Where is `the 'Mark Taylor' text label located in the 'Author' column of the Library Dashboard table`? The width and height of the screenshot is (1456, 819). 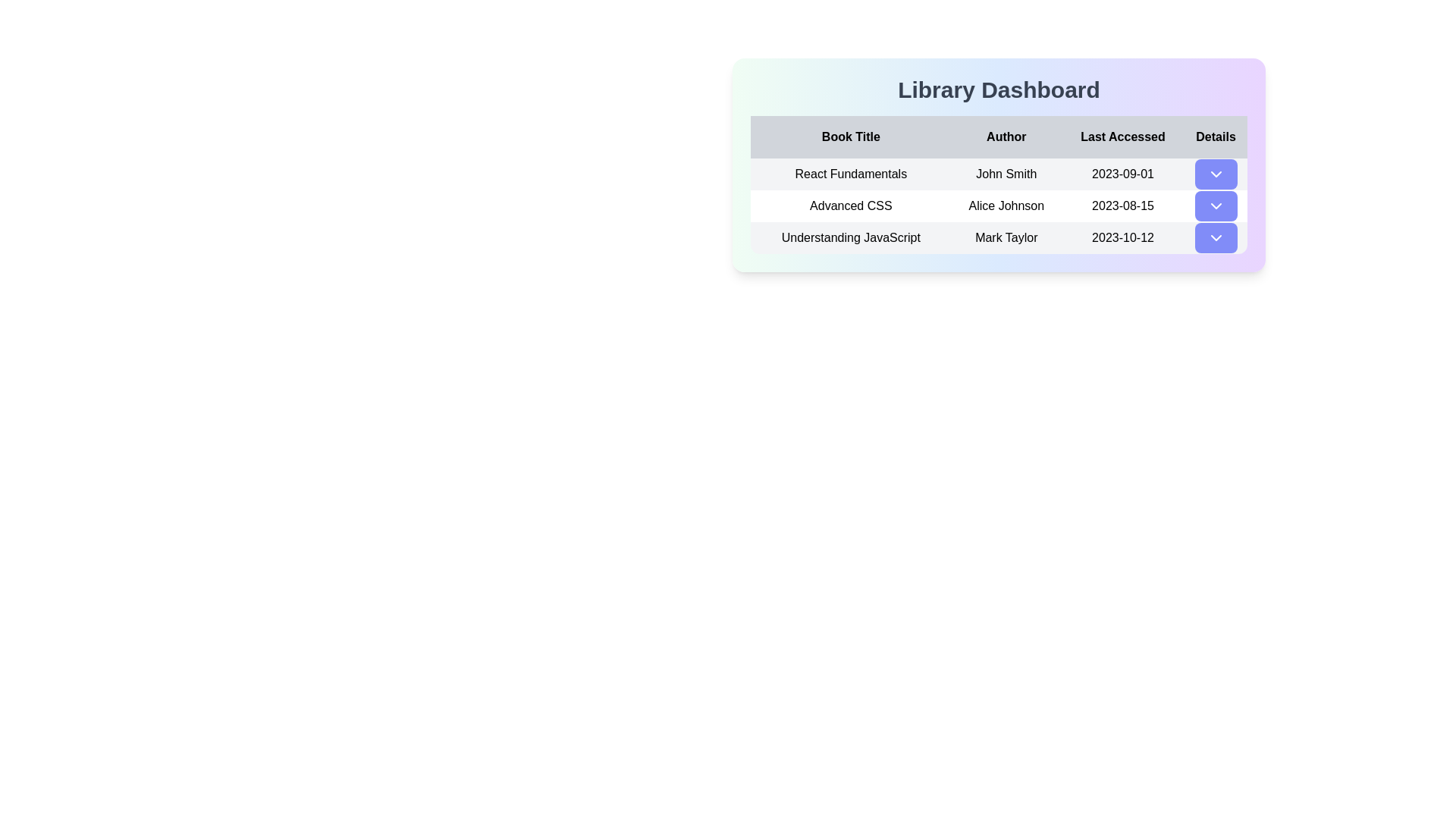
the 'Mark Taylor' text label located in the 'Author' column of the Library Dashboard table is located at coordinates (1006, 237).